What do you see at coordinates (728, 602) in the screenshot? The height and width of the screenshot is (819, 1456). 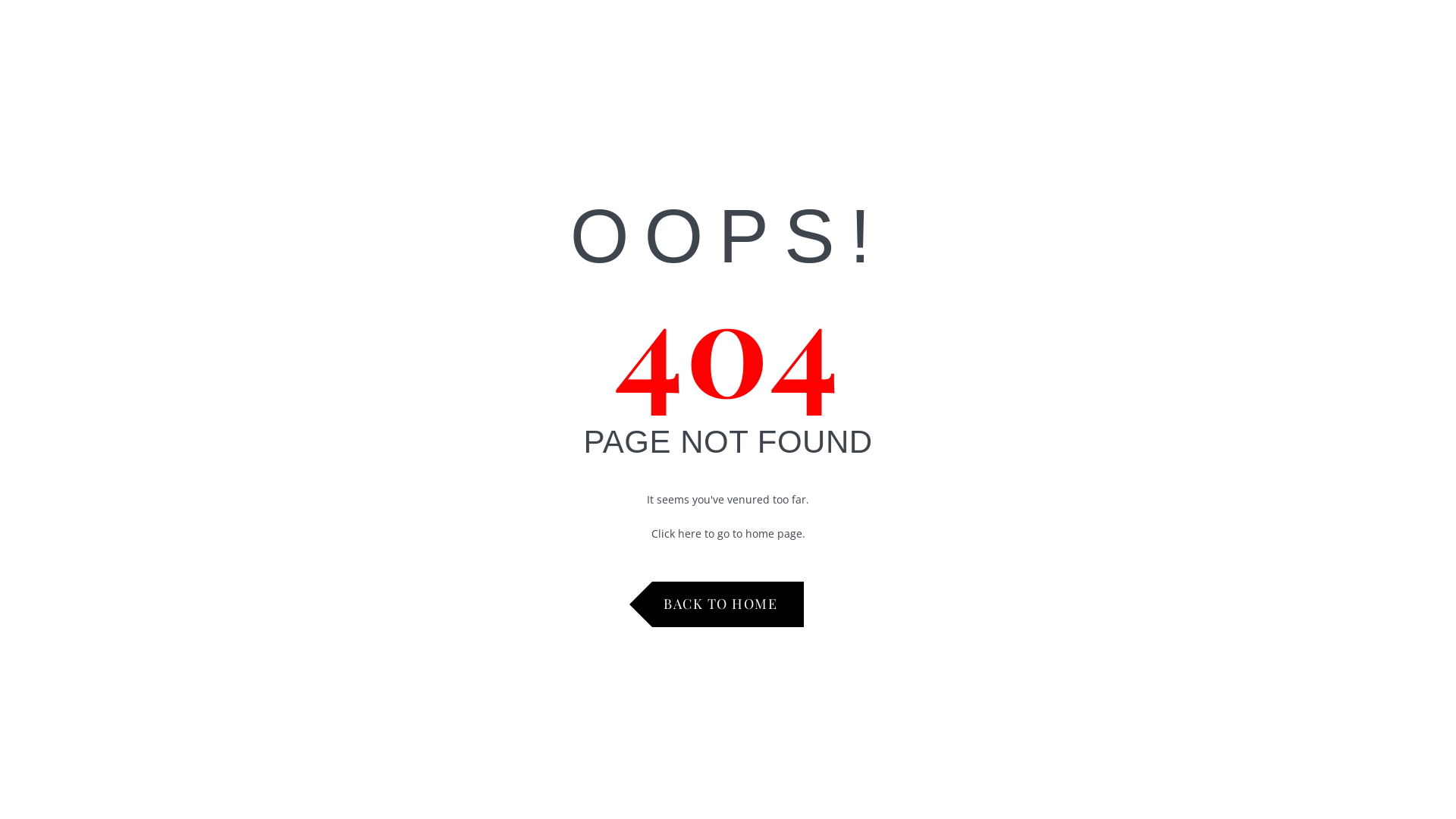 I see `'BACK TO HOME'` at bounding box center [728, 602].